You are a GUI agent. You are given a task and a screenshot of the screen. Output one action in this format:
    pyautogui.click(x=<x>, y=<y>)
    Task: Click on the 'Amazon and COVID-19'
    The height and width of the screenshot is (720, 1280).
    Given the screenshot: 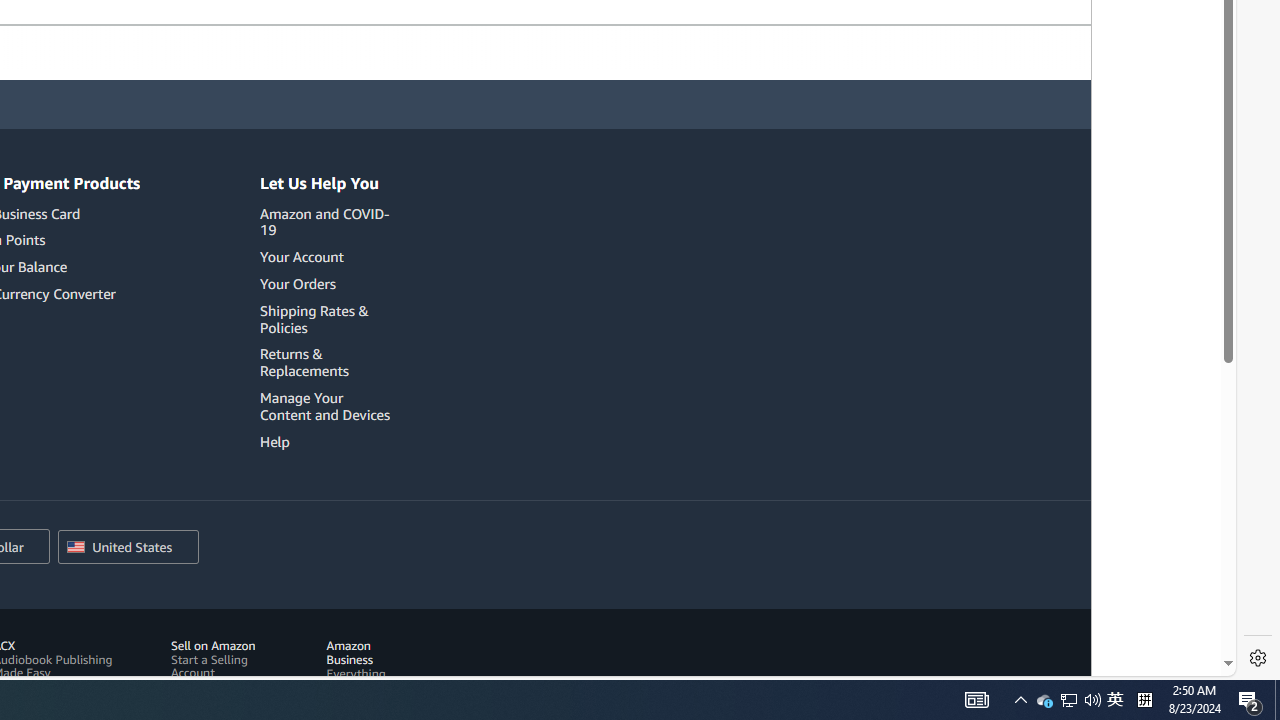 What is the action you would take?
    pyautogui.click(x=325, y=221)
    